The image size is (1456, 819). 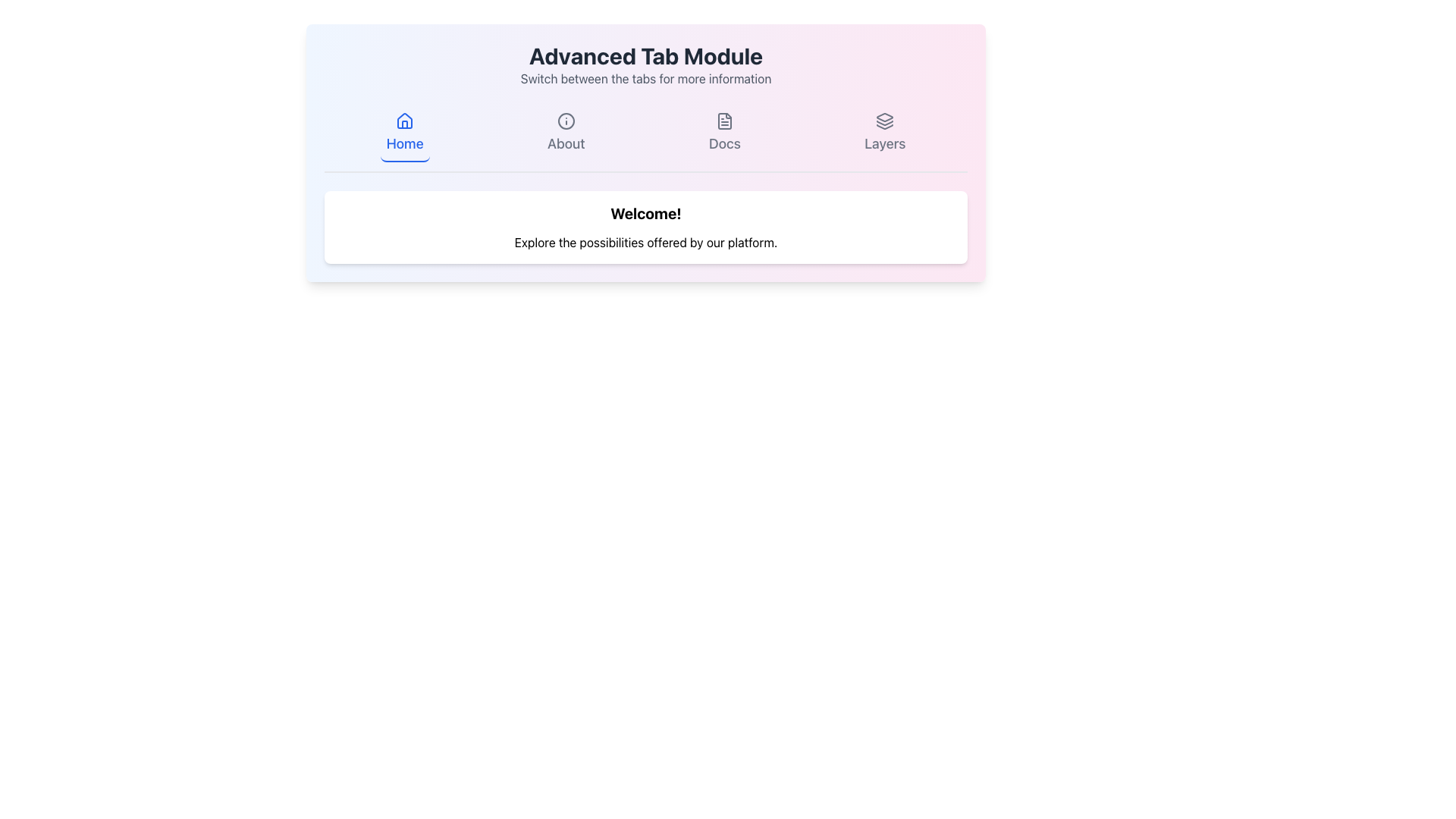 I want to click on the 'About' SVG icon in the navigation menu, which visually represents the concept of 'About' and is positioned centrally above the 'About' text label, so click(x=565, y=120).